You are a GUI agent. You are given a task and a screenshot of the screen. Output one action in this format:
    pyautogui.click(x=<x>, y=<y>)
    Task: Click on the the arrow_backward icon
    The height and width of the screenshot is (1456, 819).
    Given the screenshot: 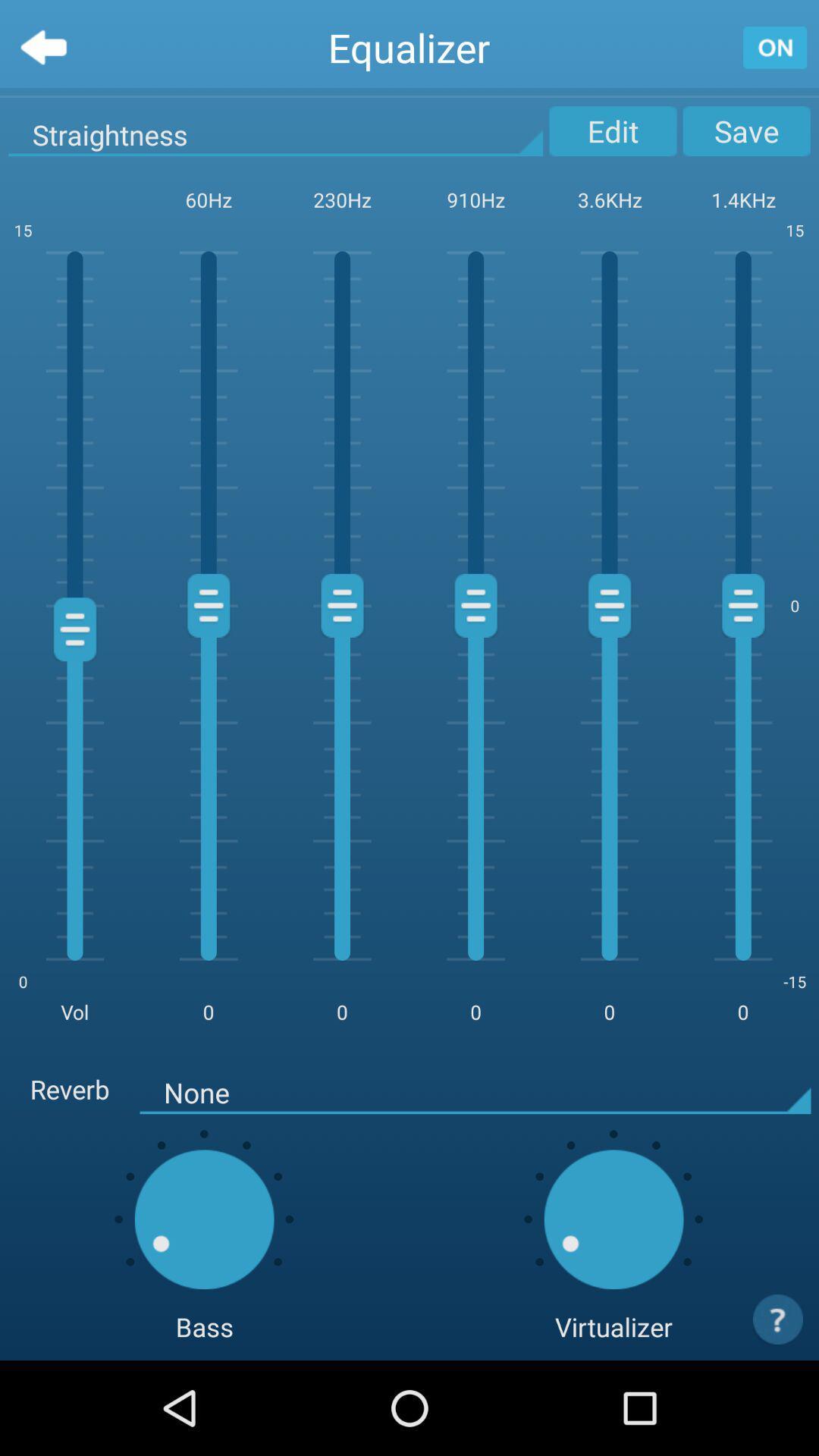 What is the action you would take?
    pyautogui.click(x=42, y=51)
    